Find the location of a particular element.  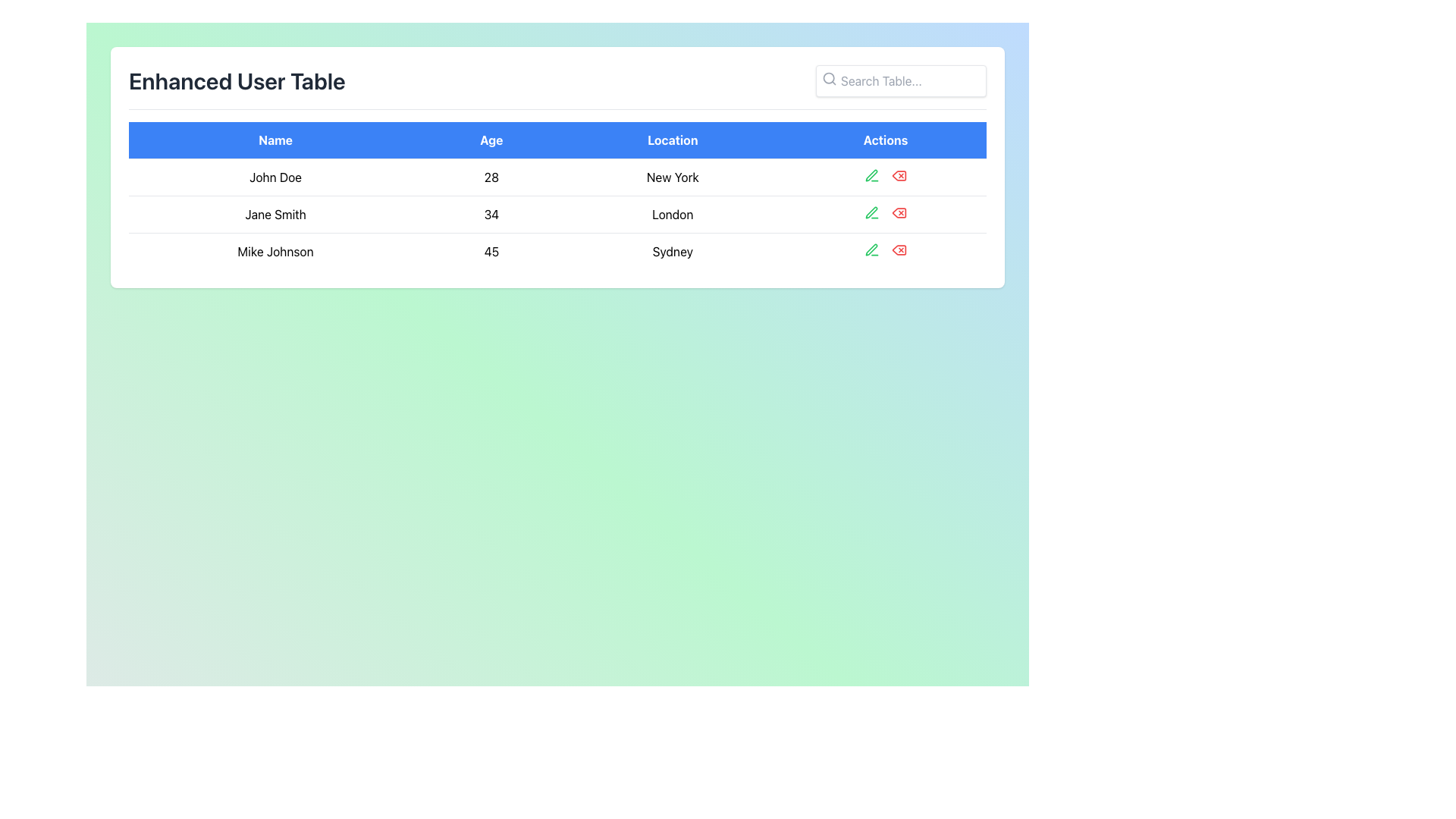

the 'Actions' column header in the table, which is the fourth column header located to the right of the 'Location' header is located at coordinates (885, 140).